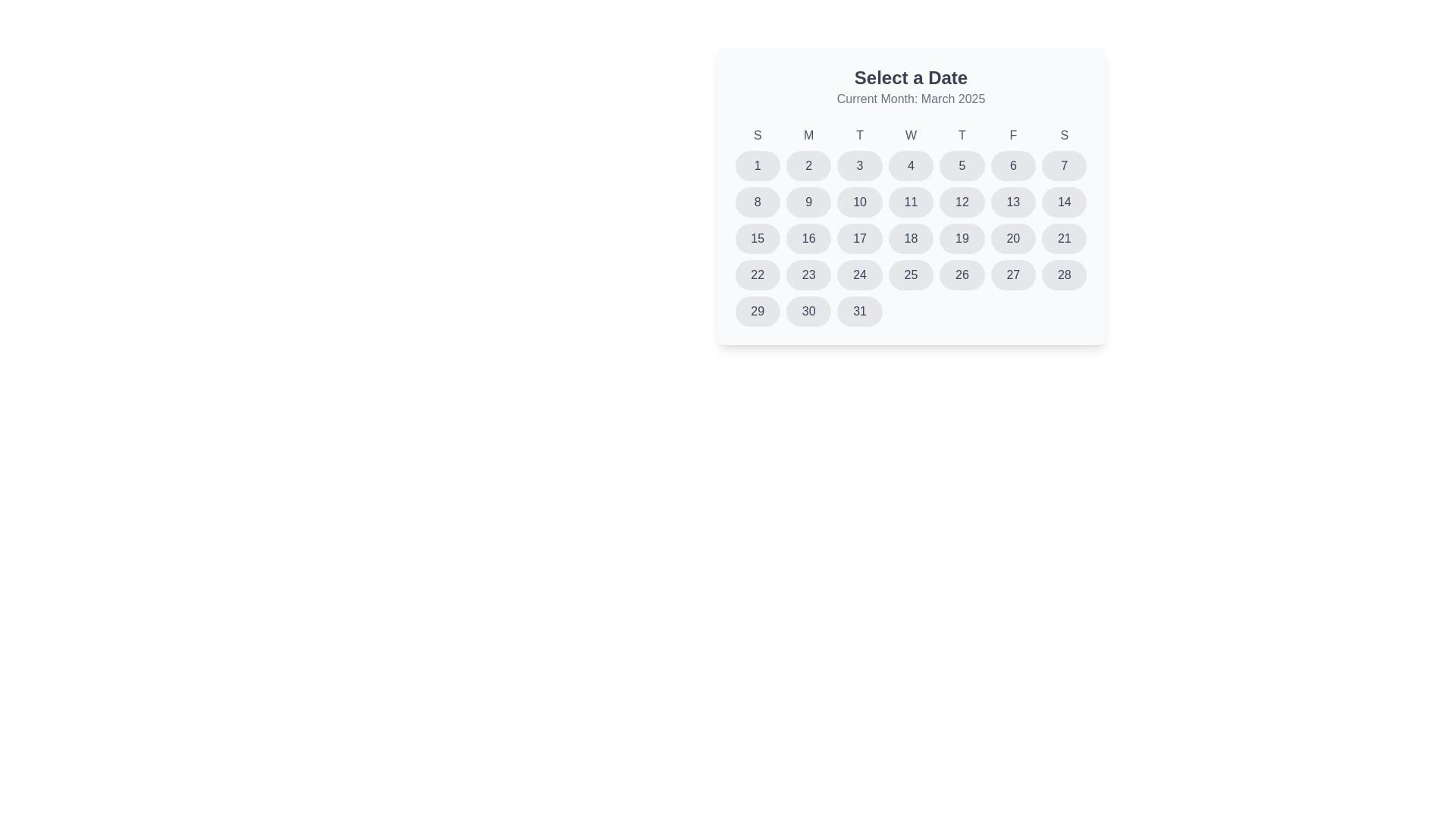 The image size is (1456, 819). I want to click on the circular button labeled '16' in the calendar grid, so click(808, 239).